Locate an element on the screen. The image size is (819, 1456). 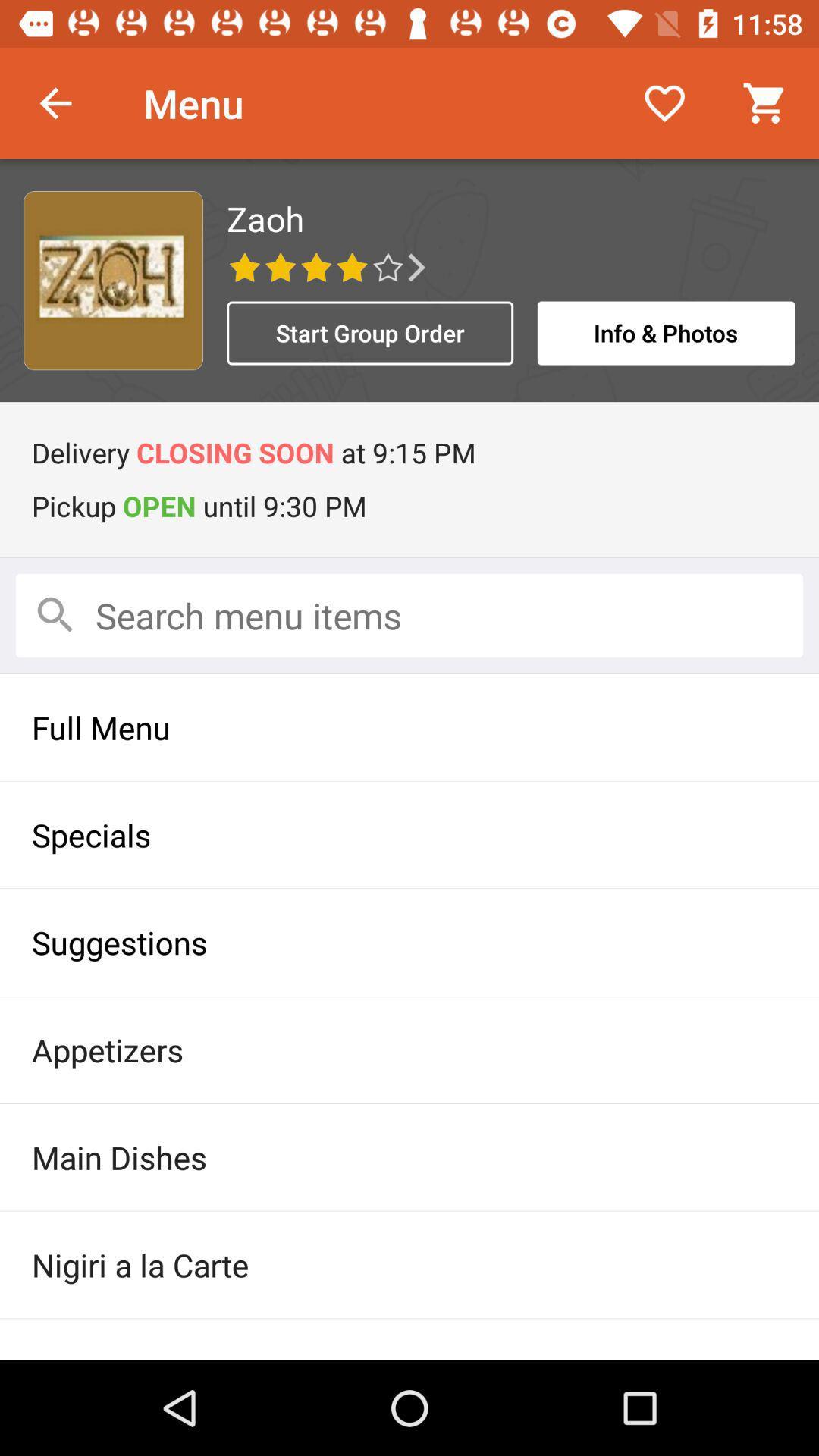
the specials item is located at coordinates (409, 833).